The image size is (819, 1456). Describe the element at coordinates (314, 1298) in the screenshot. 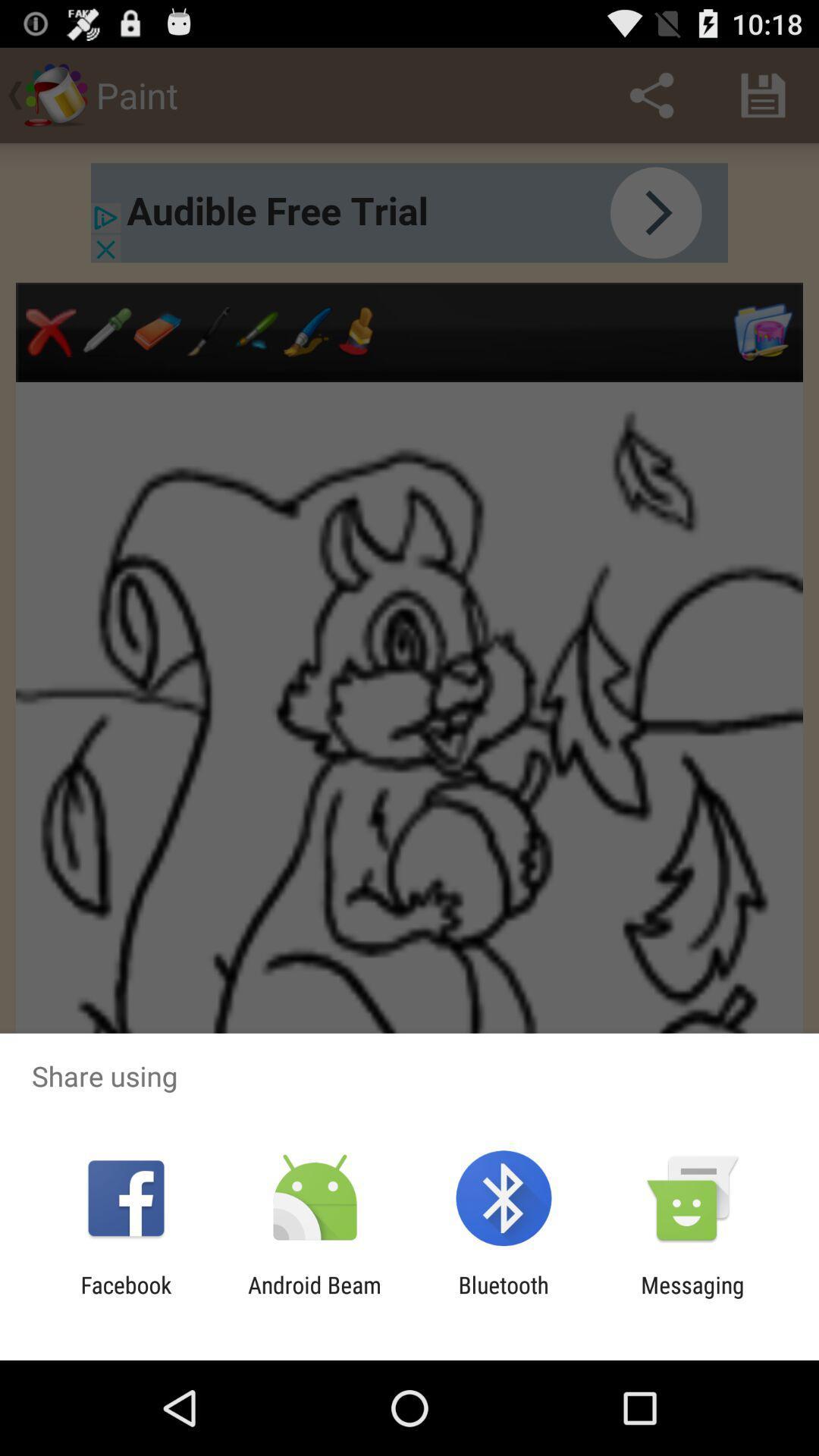

I see `icon next to the facebook item` at that location.